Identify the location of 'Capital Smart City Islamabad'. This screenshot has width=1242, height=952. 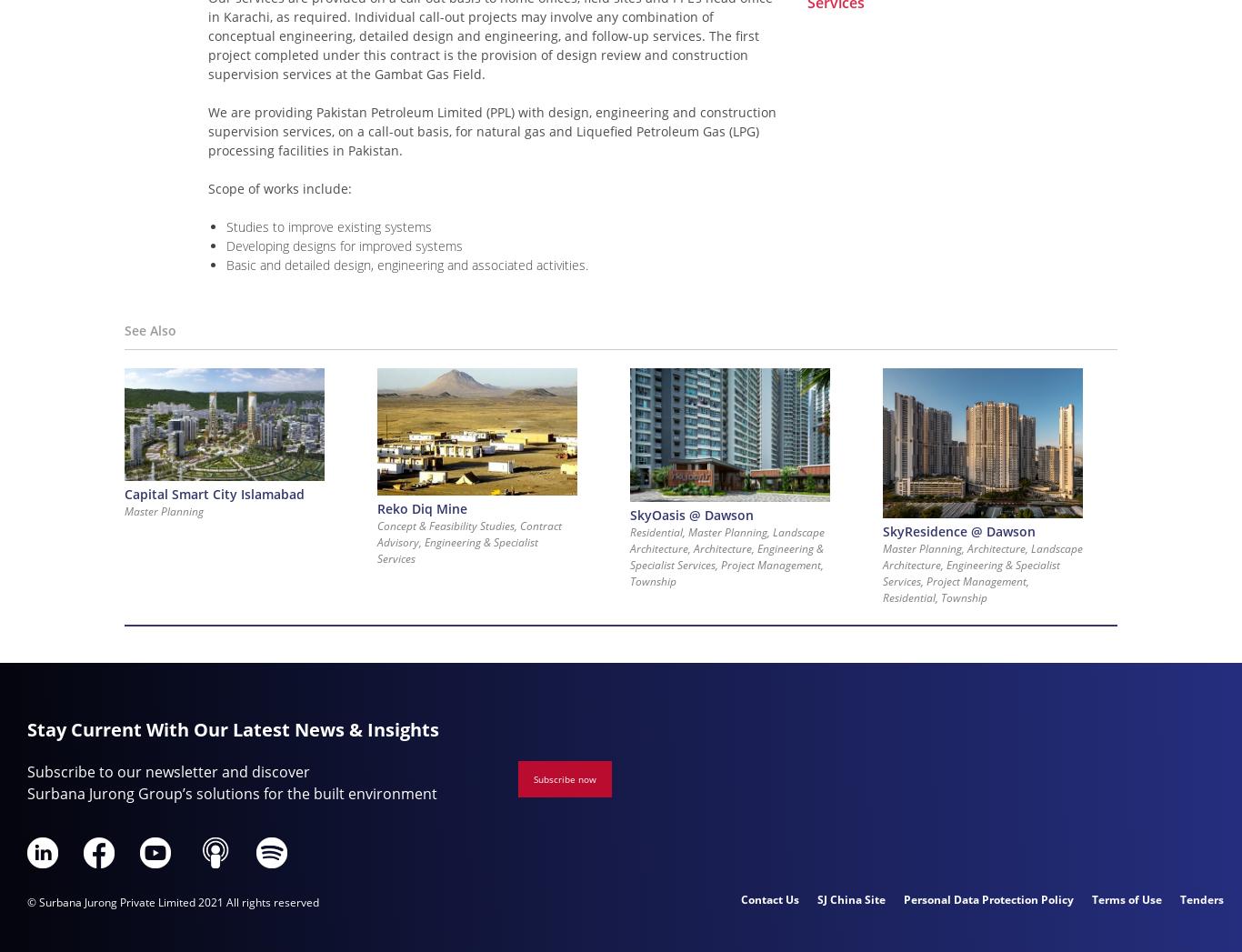
(213, 493).